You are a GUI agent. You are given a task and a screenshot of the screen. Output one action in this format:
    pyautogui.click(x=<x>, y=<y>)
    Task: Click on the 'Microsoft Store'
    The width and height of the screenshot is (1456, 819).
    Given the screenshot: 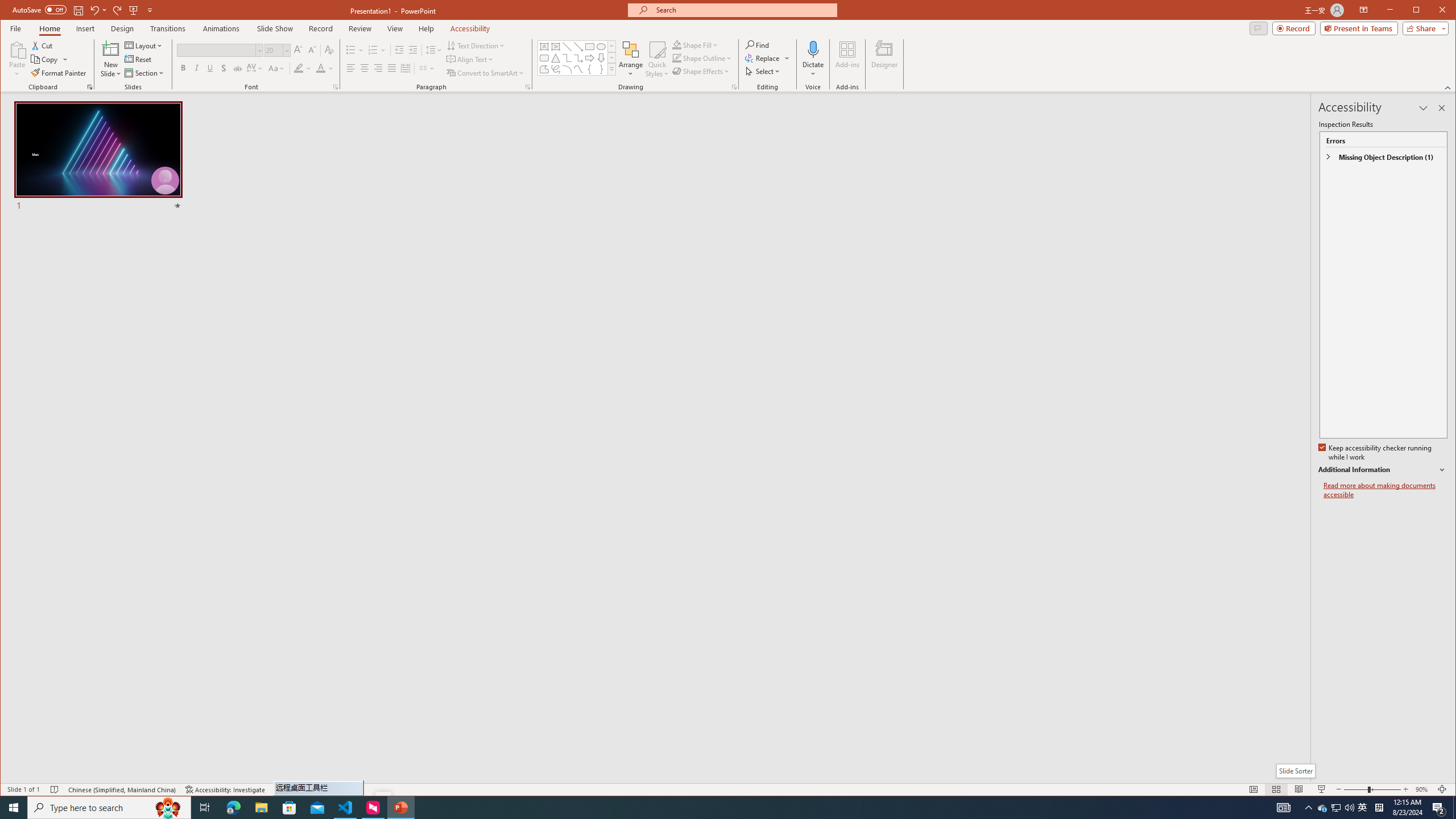 What is the action you would take?
    pyautogui.click(x=289, y=806)
    